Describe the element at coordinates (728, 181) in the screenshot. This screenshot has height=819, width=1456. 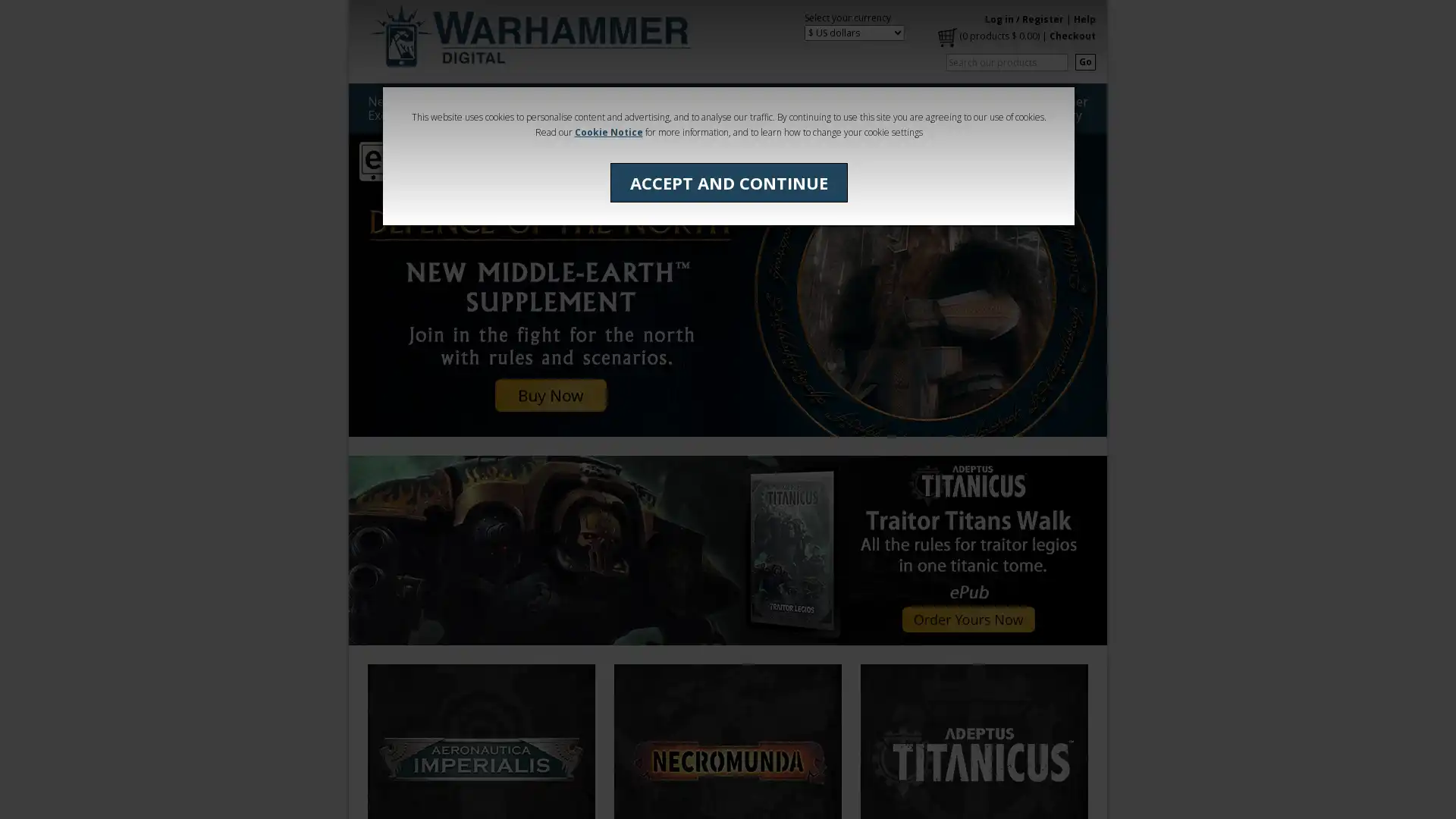
I see `ACCEPT AND CONTINUE` at that location.